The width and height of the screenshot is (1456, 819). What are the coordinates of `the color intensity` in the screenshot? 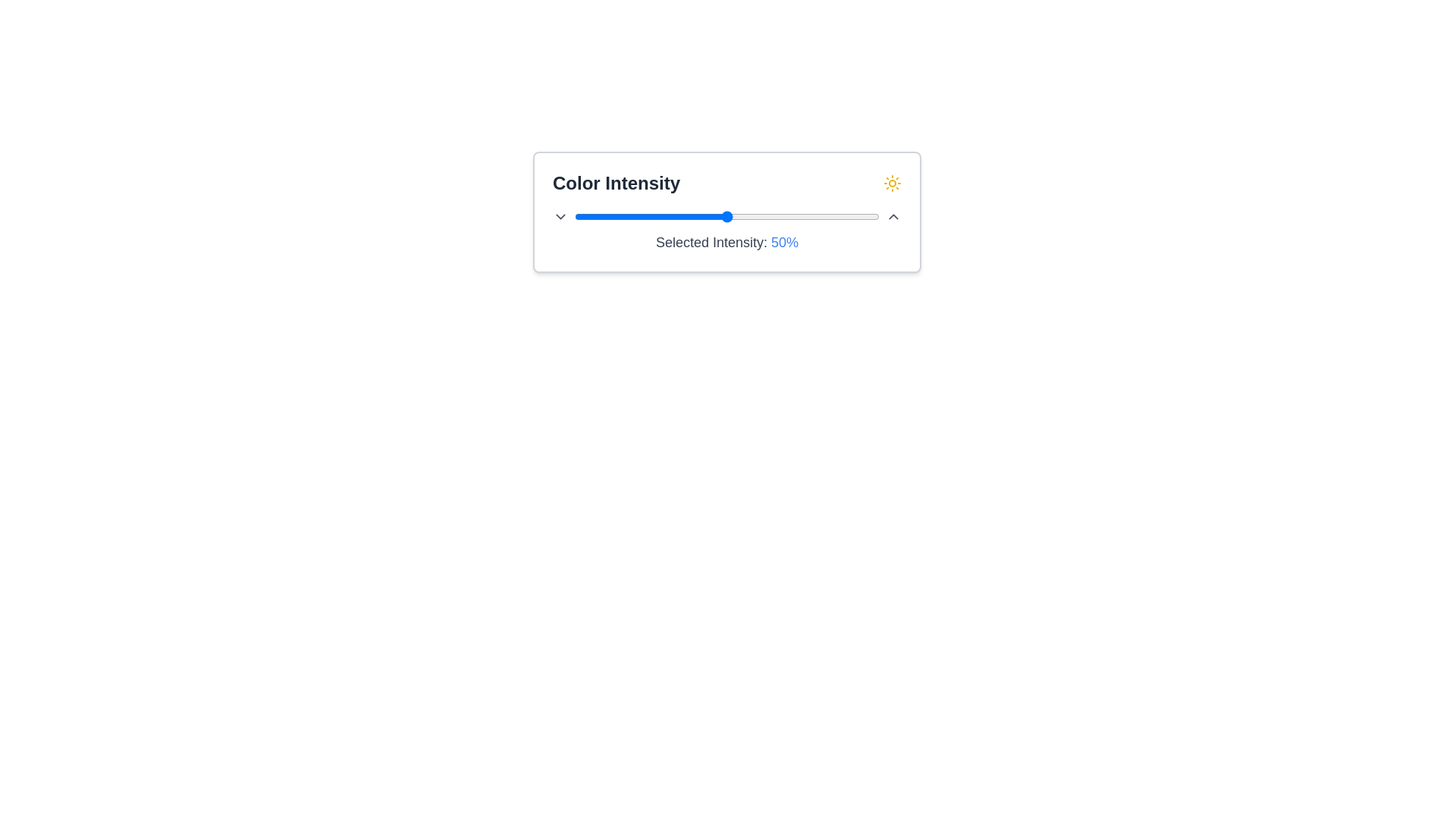 It's located at (592, 216).